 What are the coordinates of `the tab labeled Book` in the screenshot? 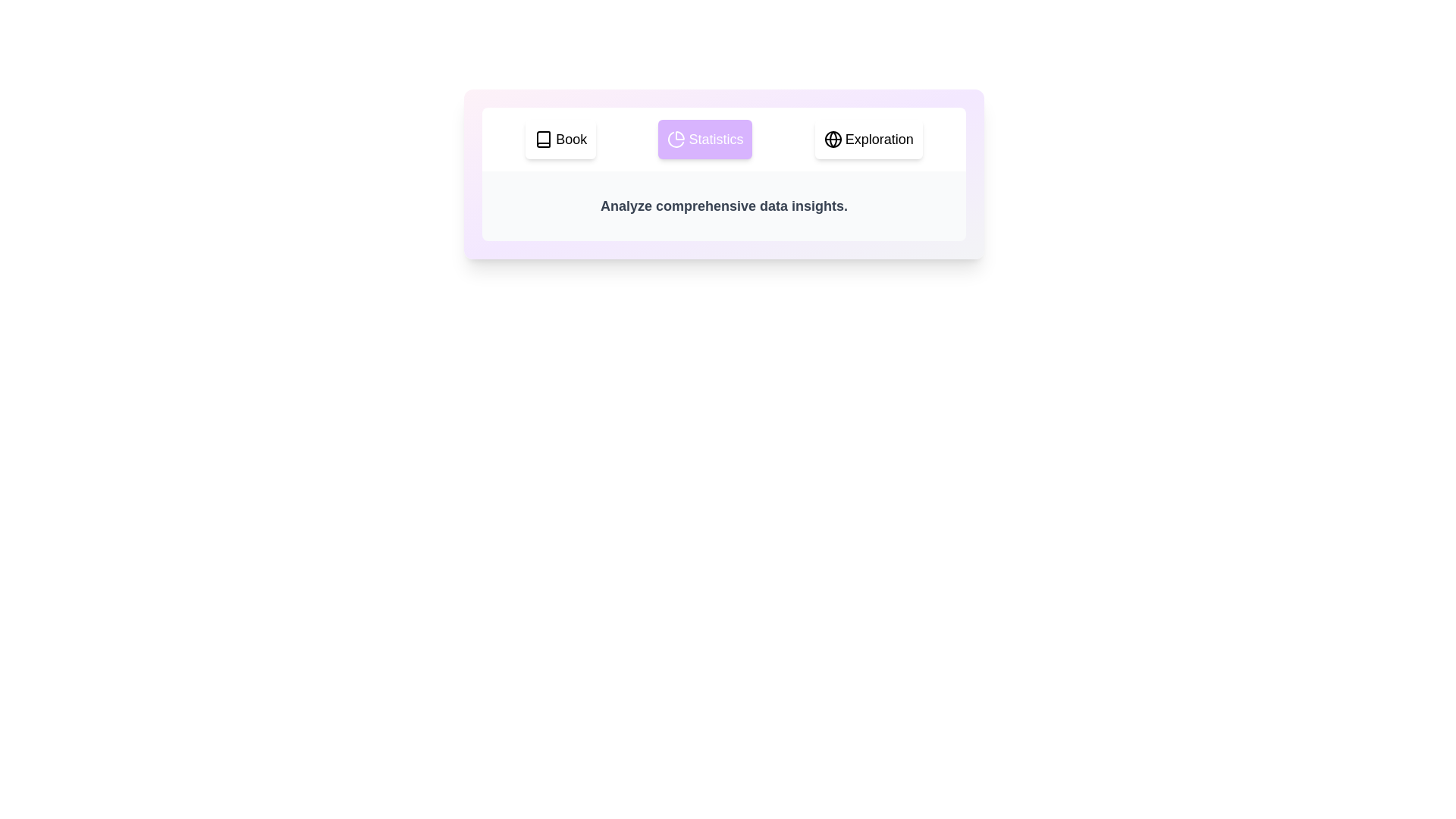 It's located at (560, 140).